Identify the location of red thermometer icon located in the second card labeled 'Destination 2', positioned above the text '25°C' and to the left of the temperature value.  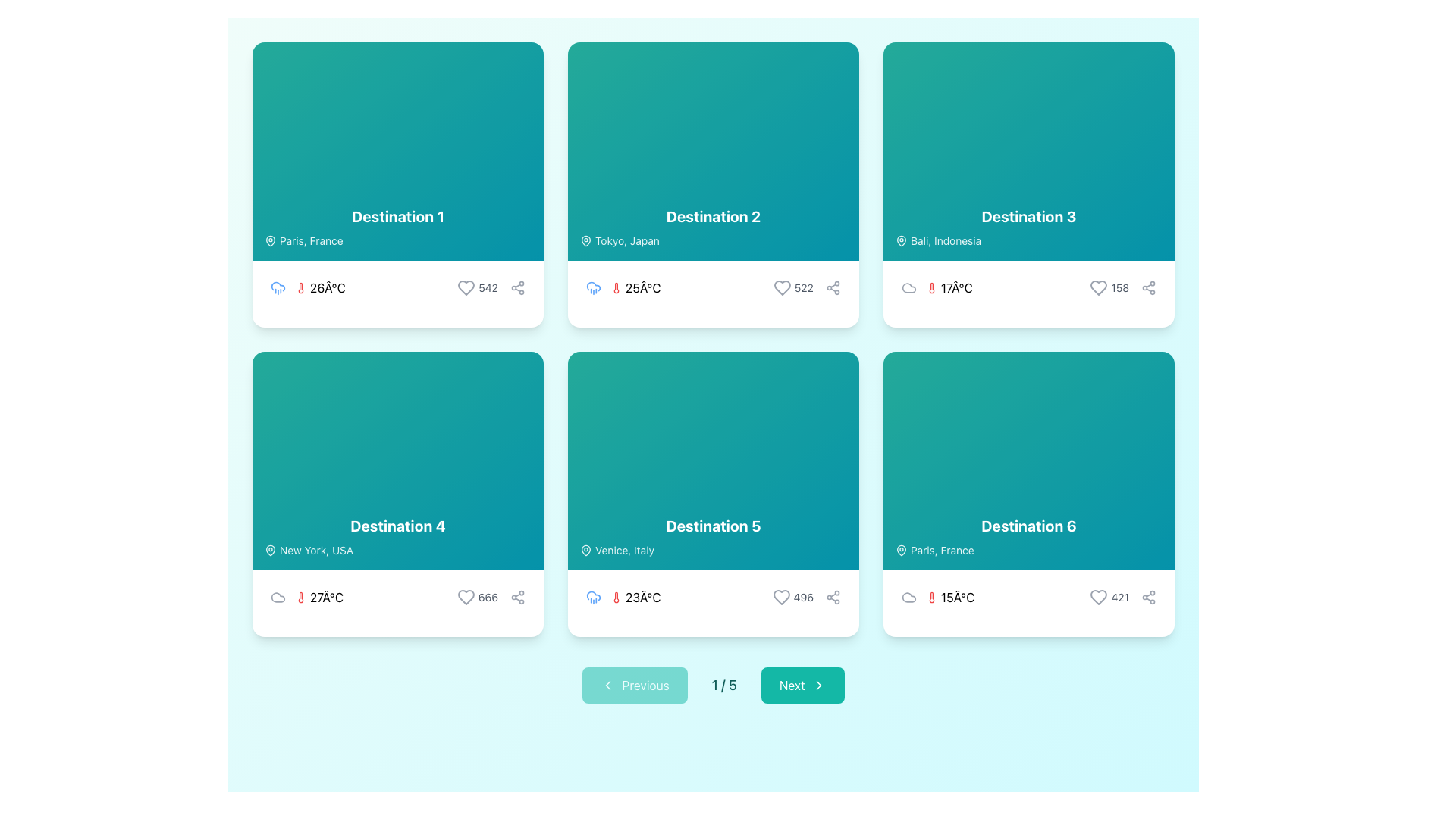
(616, 288).